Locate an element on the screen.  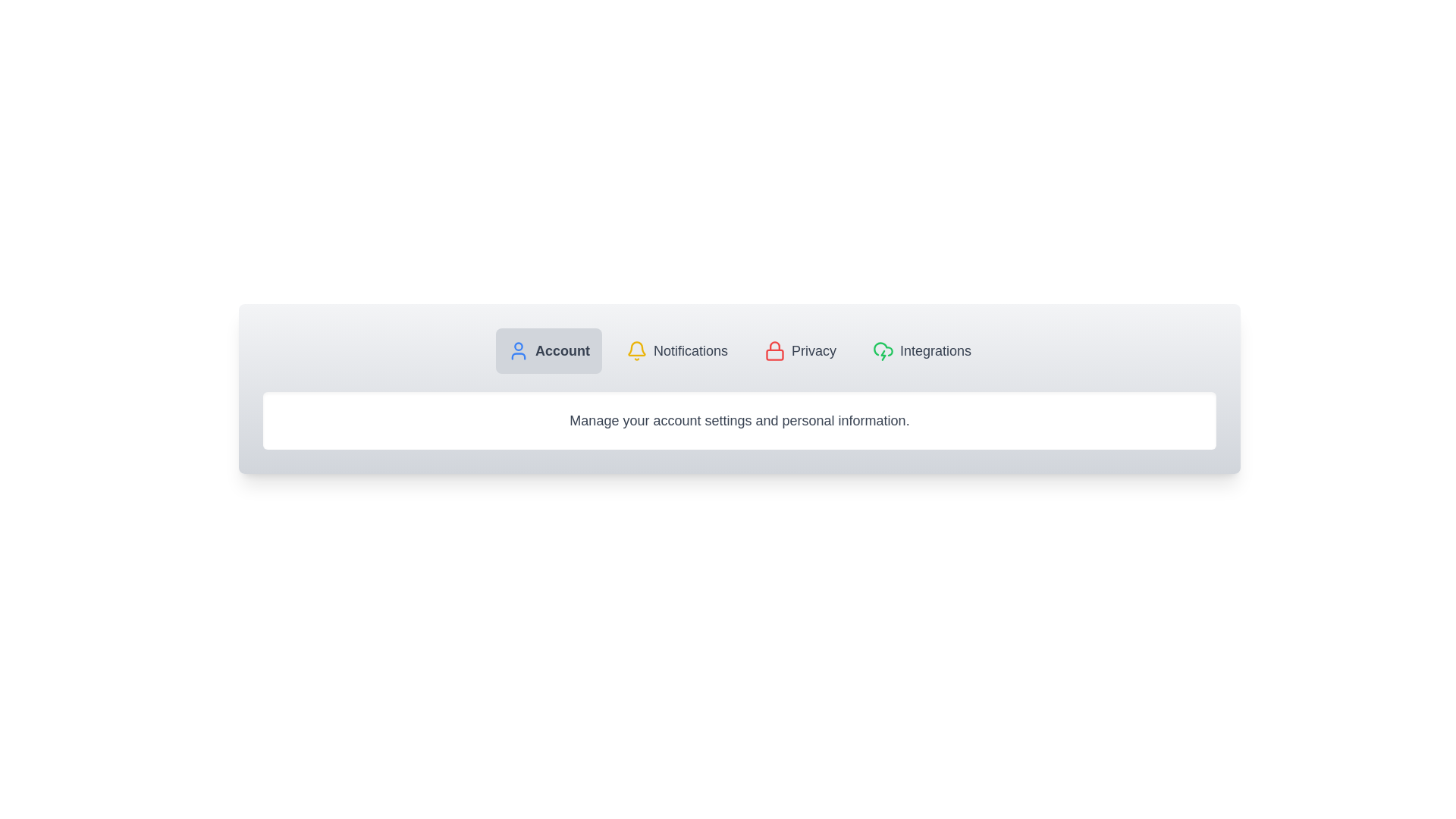
the lock icon representing the 'Privacy' section in the horizontal navigation menu, located to the left of the 'Privacy' label is located at coordinates (775, 350).